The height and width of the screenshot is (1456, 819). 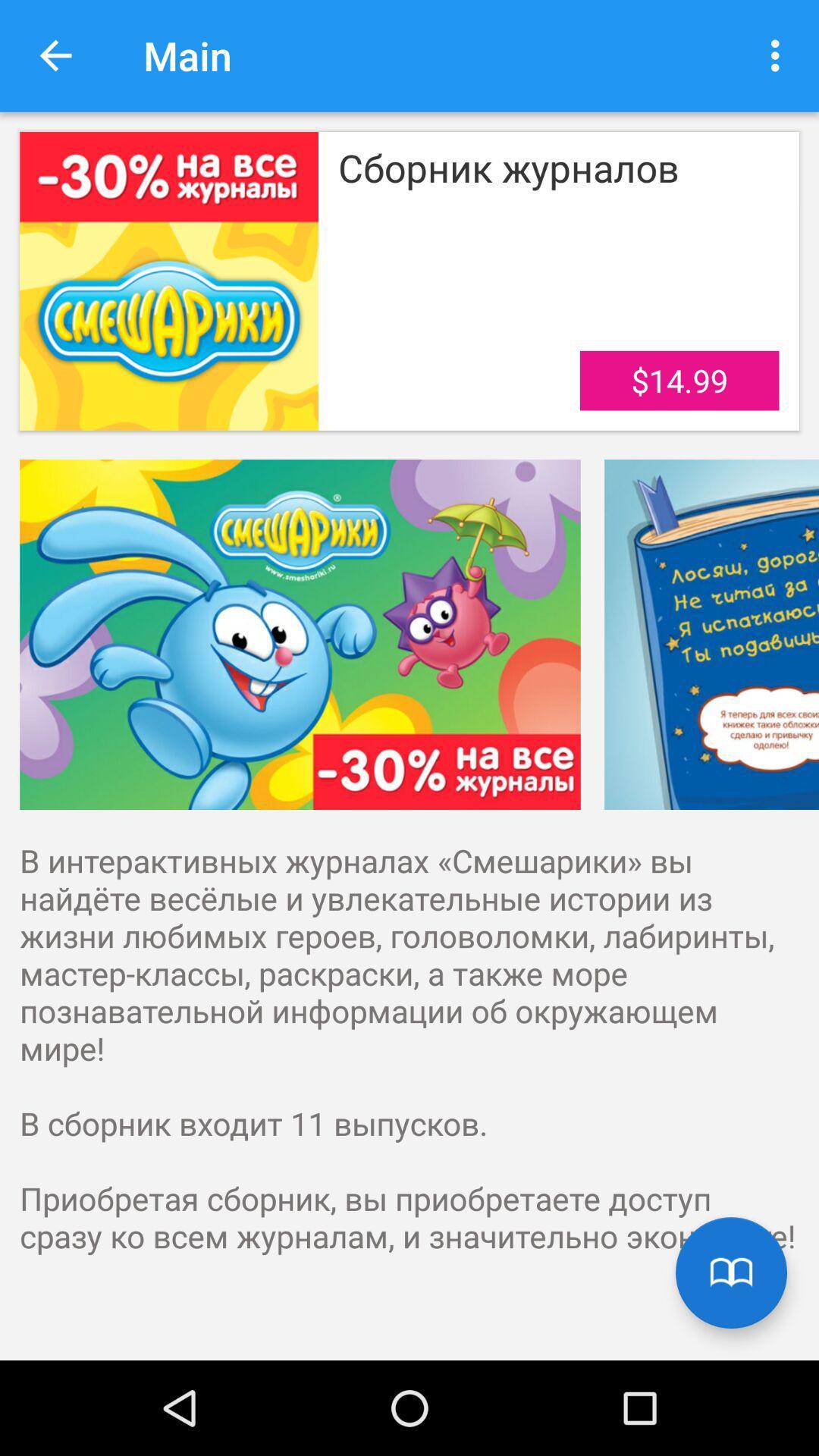 What do you see at coordinates (730, 1272) in the screenshot?
I see `the book icon` at bounding box center [730, 1272].